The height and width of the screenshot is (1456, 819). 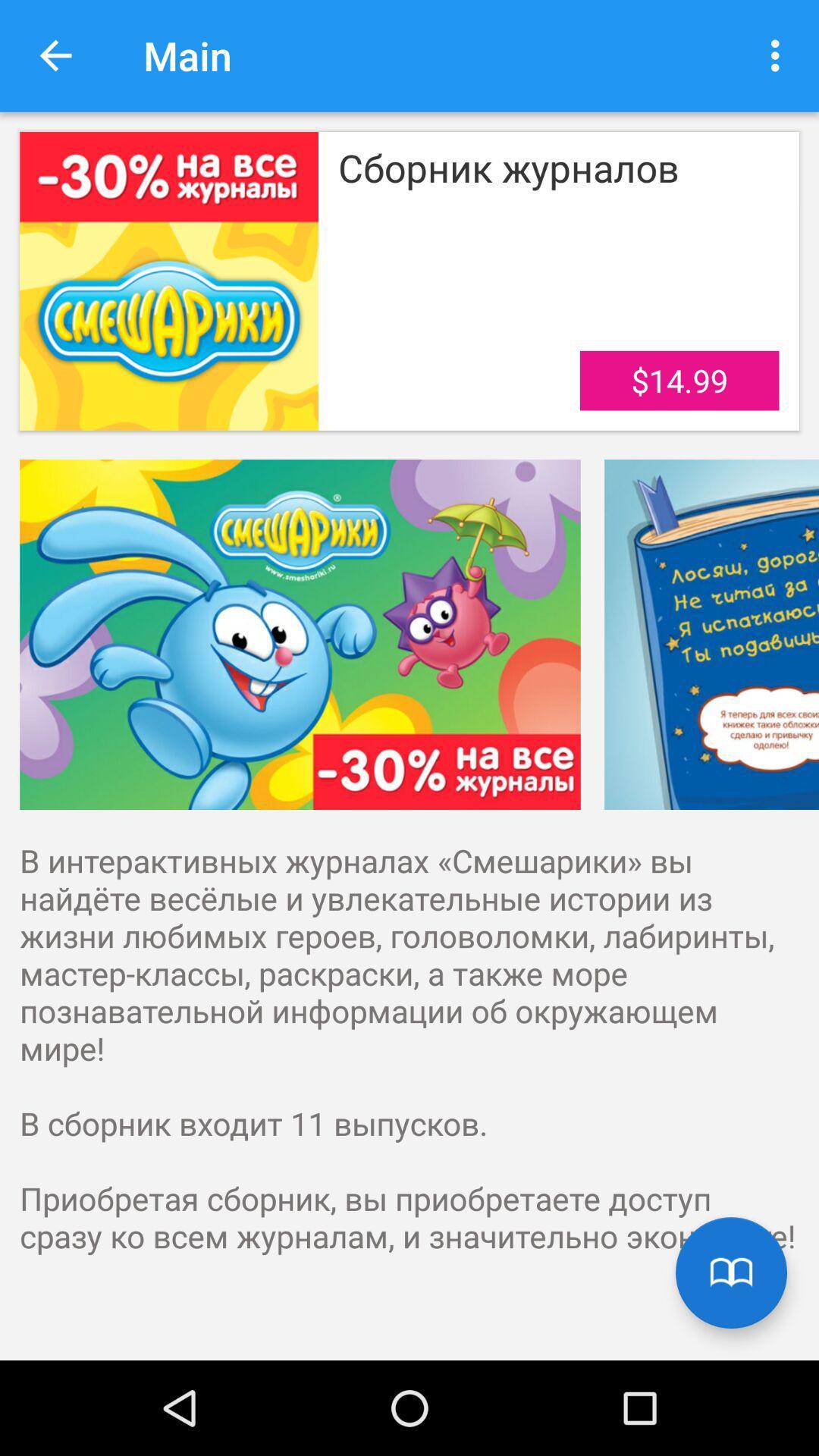 What do you see at coordinates (730, 1272) in the screenshot?
I see `the book icon` at bounding box center [730, 1272].